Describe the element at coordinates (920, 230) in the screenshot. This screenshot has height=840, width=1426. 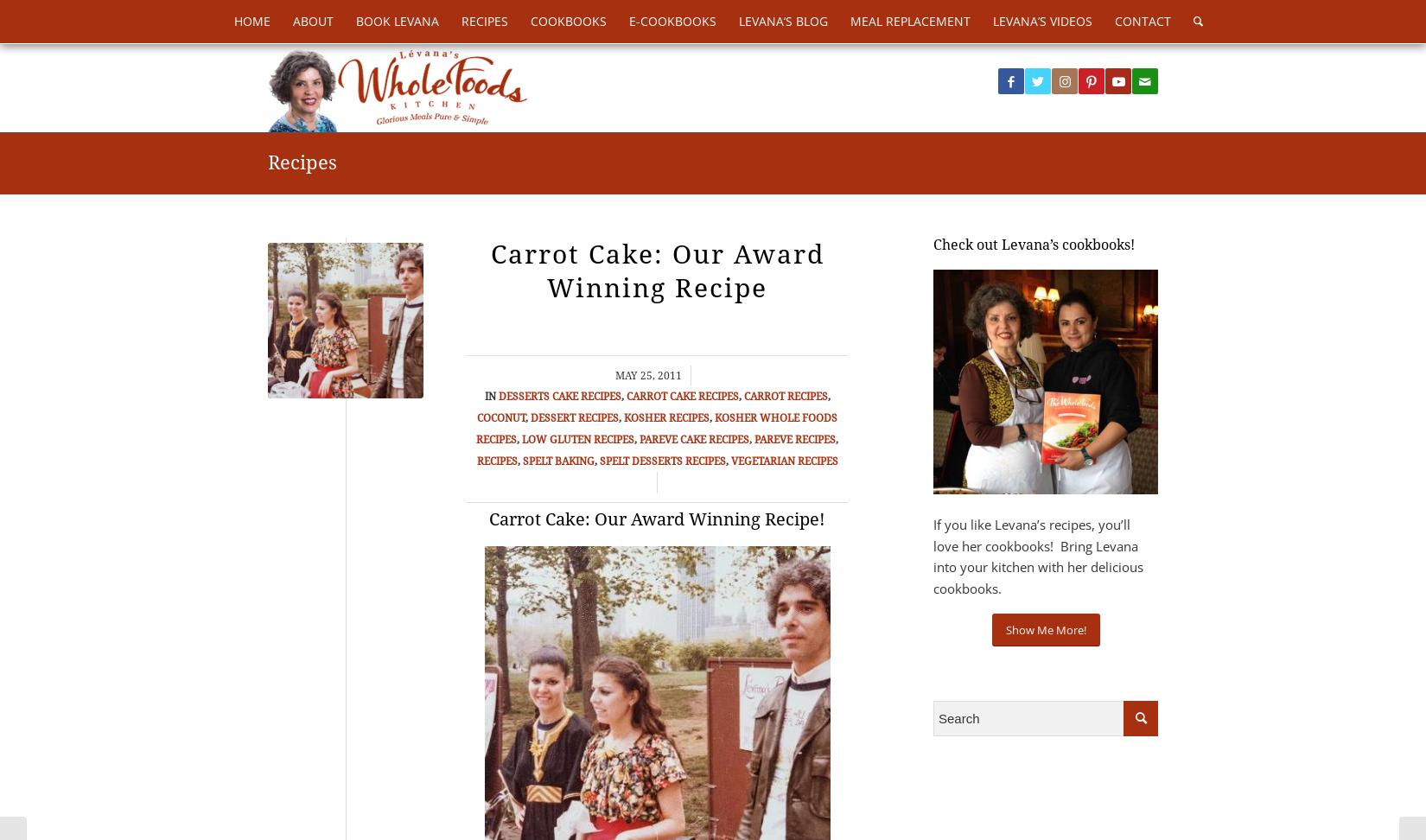
I see `'Restaurant Reviews'` at that location.